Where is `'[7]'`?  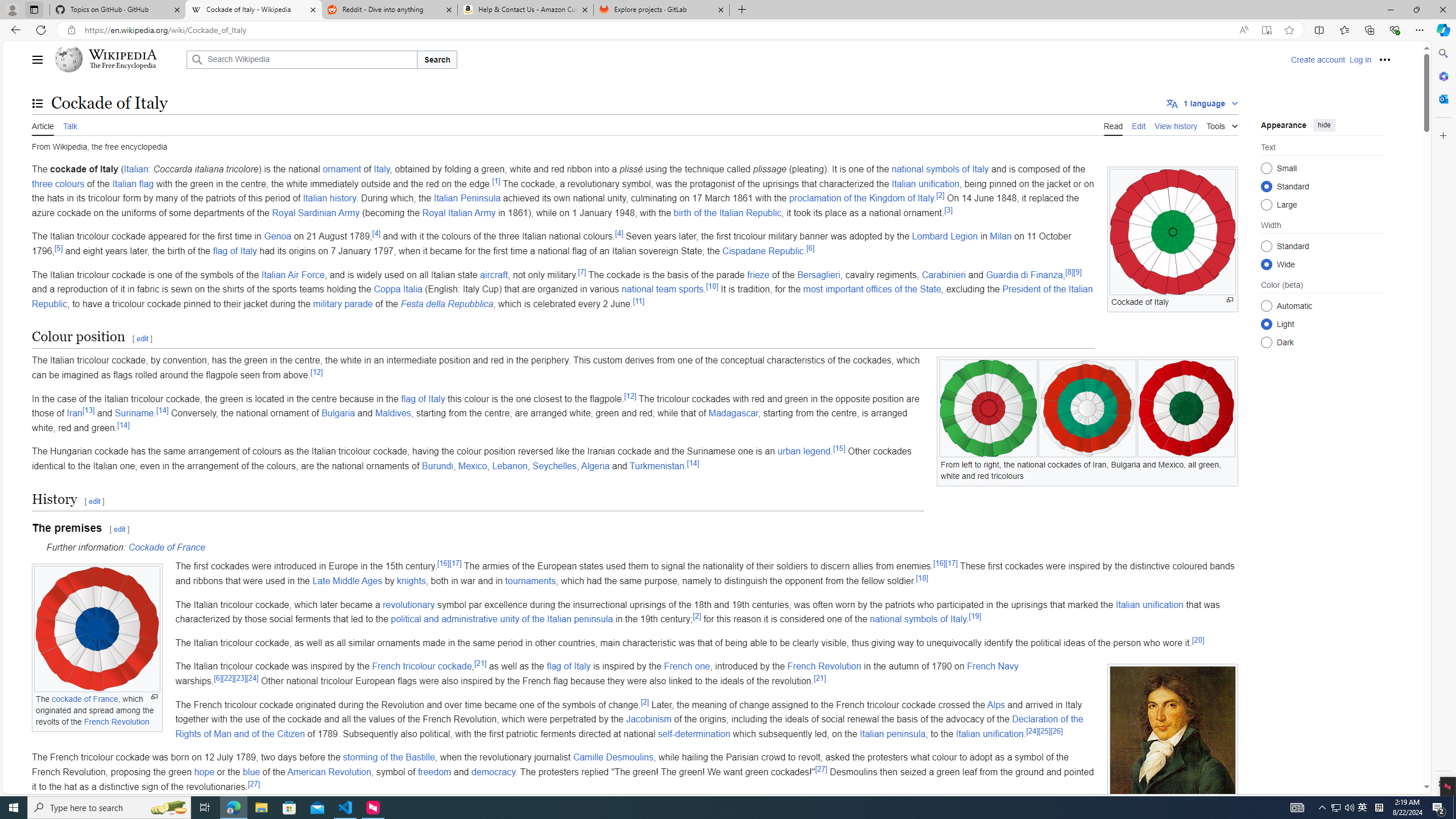 '[7]' is located at coordinates (582, 272).